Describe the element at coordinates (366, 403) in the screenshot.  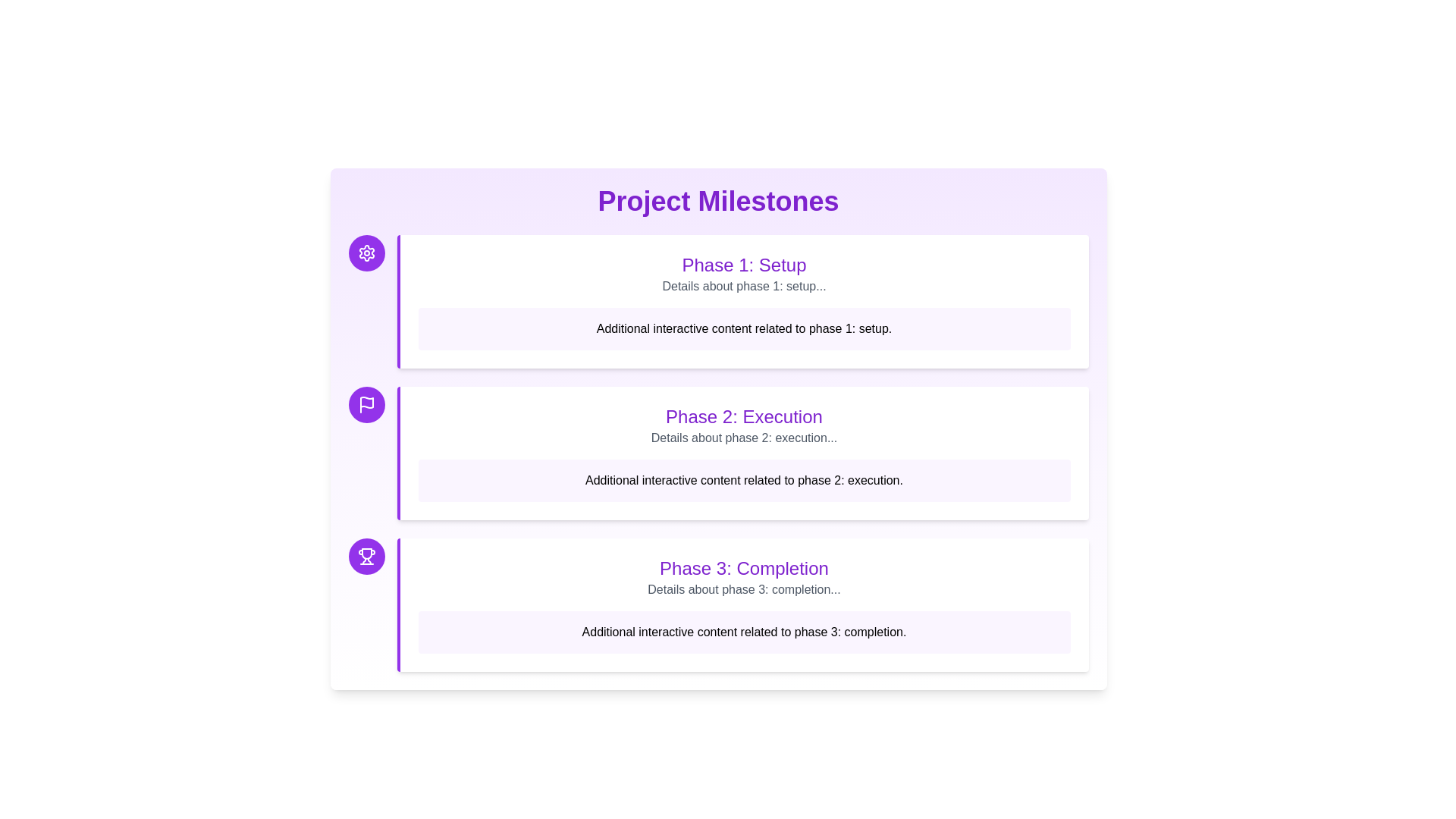
I see `the phase indicator icon button` at that location.